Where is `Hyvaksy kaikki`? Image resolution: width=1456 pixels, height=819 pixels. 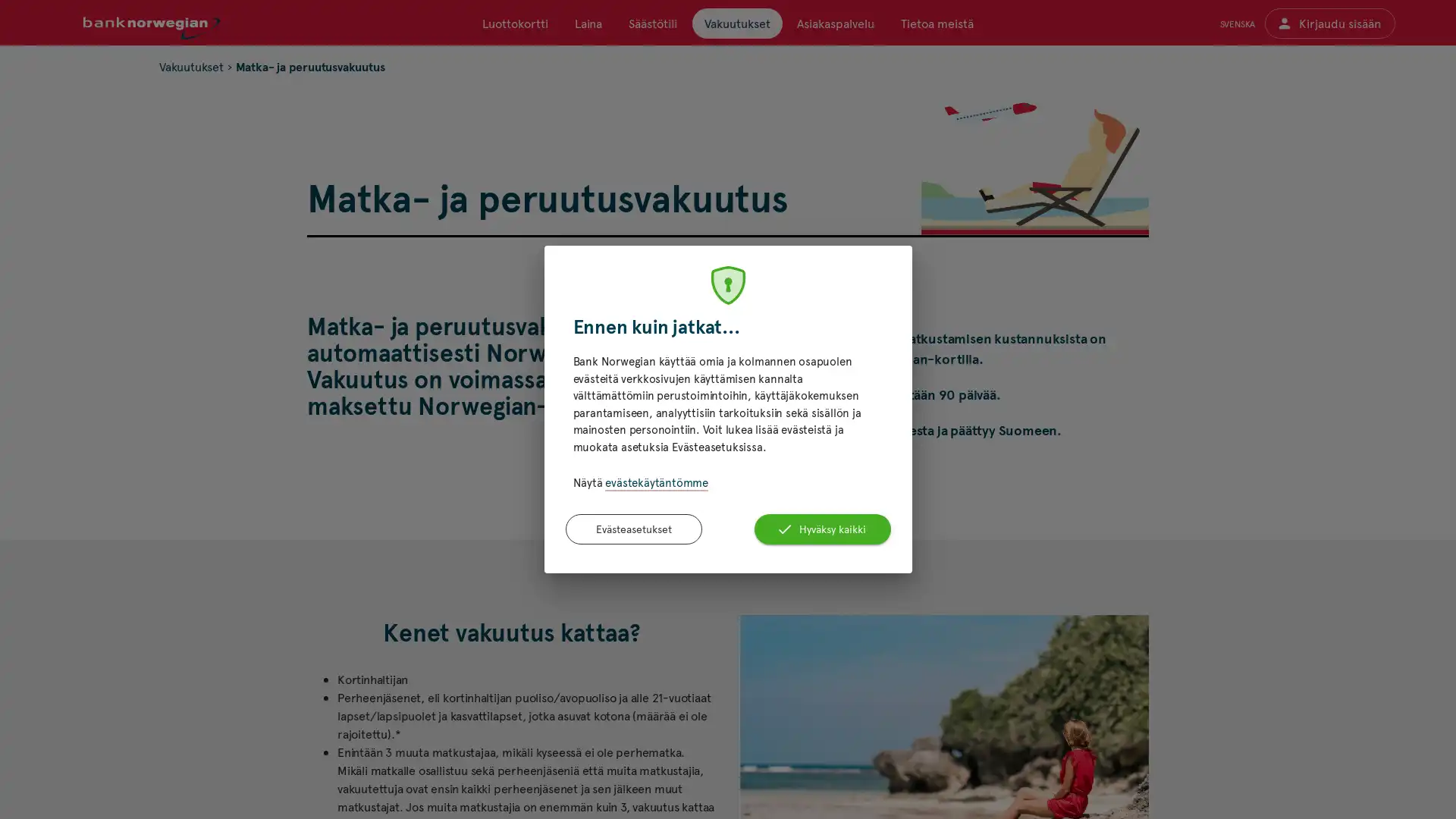 Hyvaksy kaikki is located at coordinates (821, 528).